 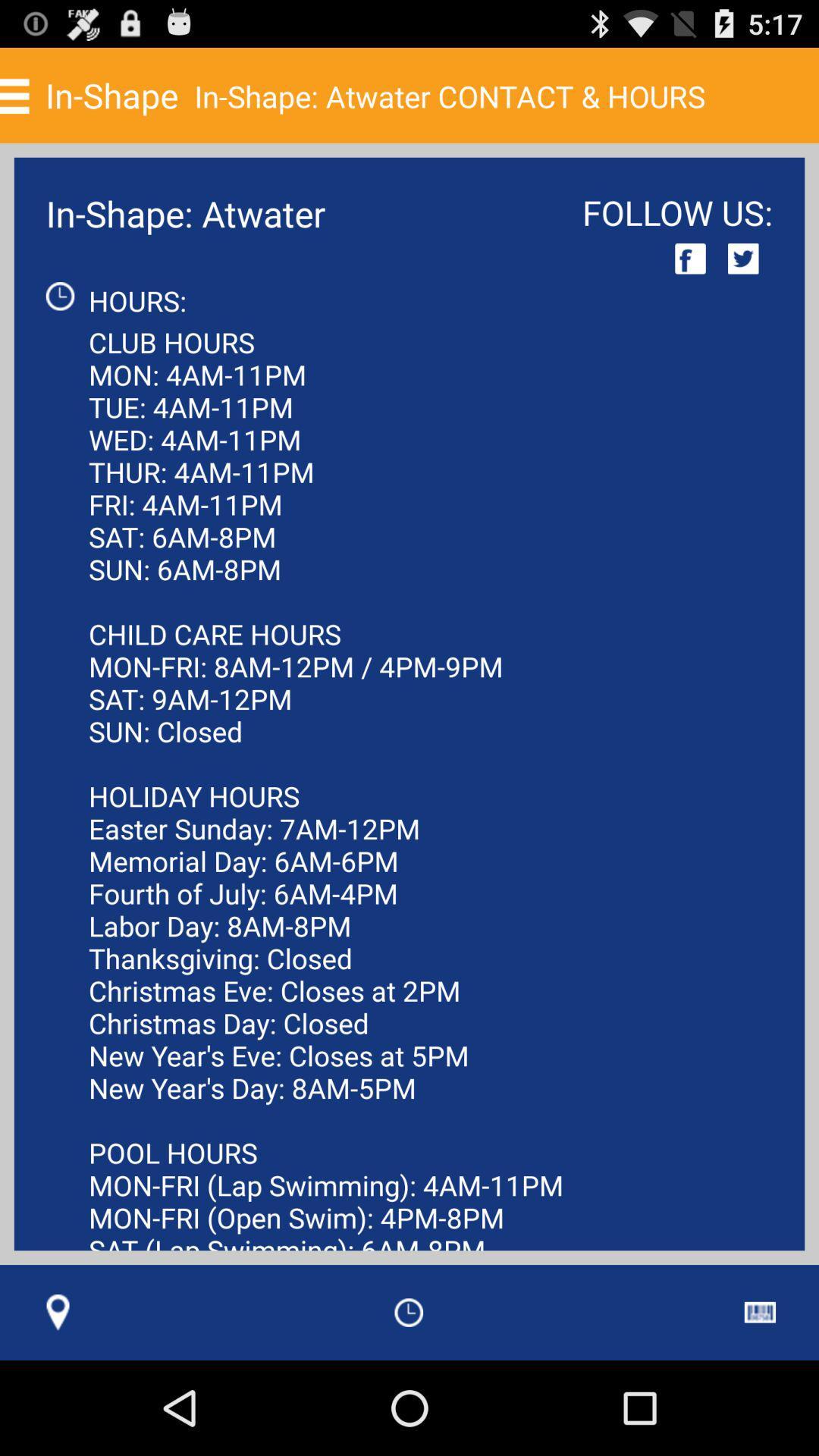 What do you see at coordinates (760, 1312) in the screenshot?
I see `the icon at the bottom right corner` at bounding box center [760, 1312].